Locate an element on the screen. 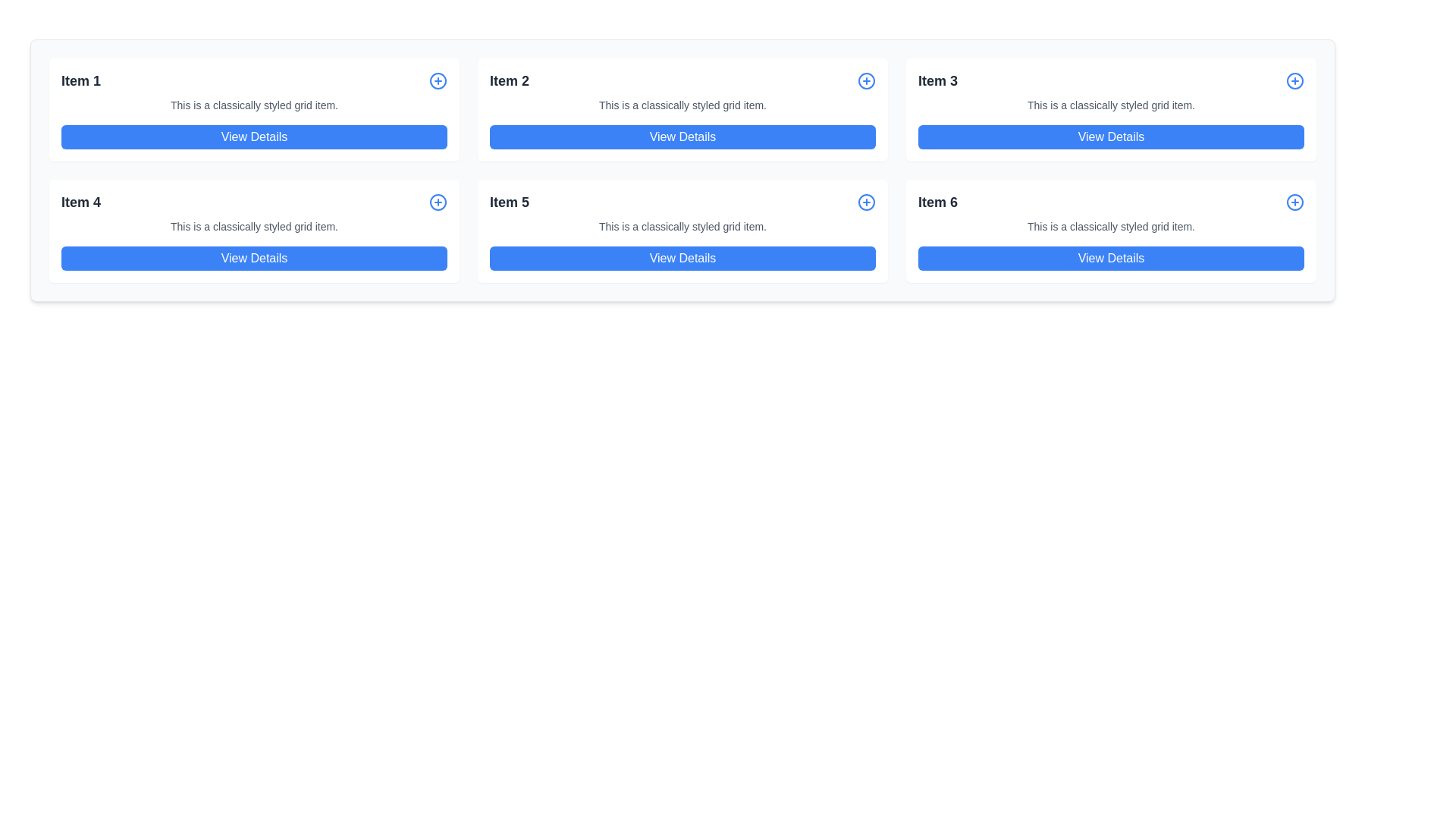 This screenshot has height=819, width=1456. the SVG circle element located within the interactive icon in the top-right corner of the card labeled 'Item 3' is located at coordinates (1294, 81).